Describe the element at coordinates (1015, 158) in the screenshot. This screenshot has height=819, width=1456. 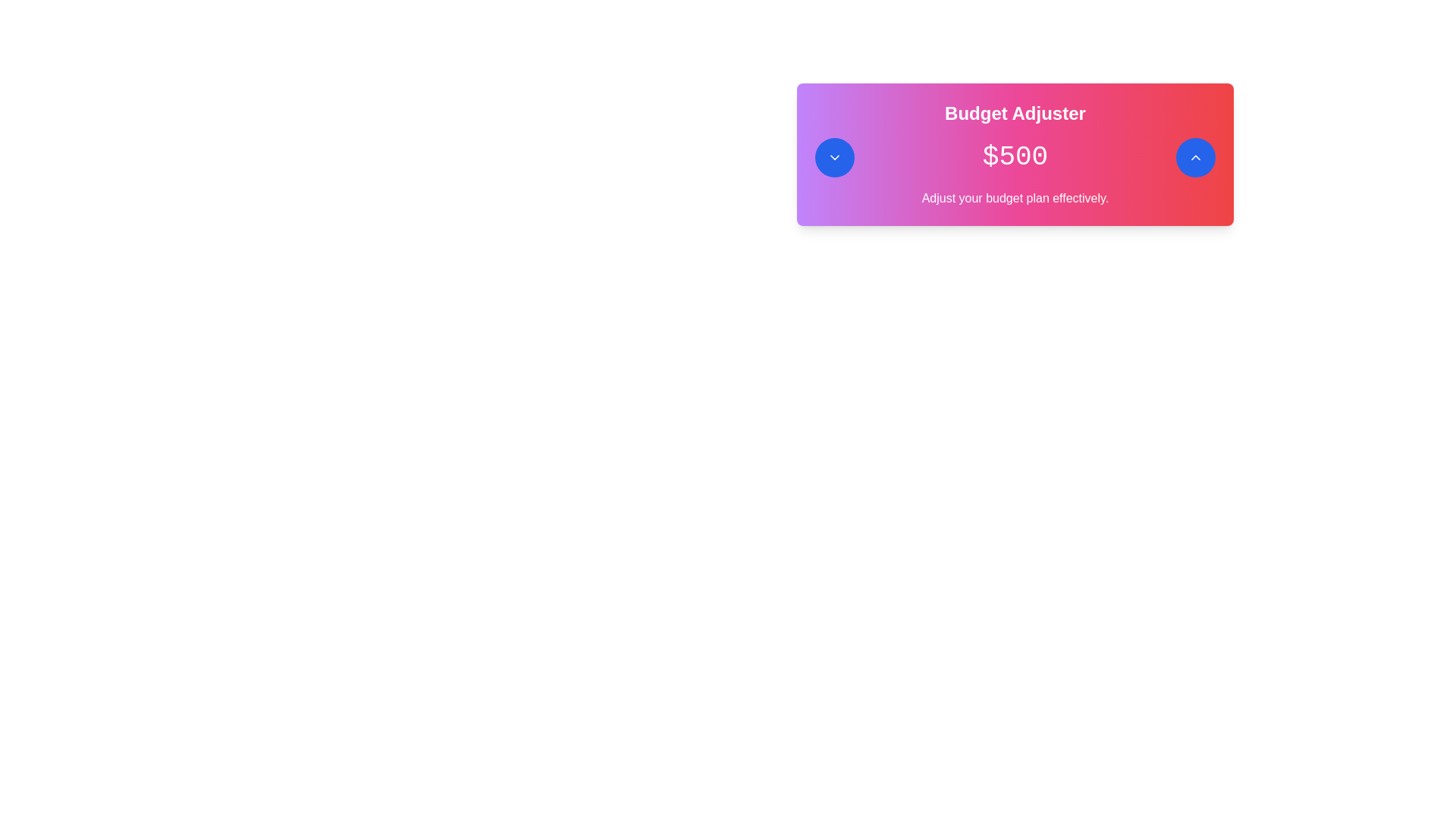
I see `the Text label displaying the current budget amount in the budget adjustment interface, which is centrally located between two blue circular buttons` at that location.